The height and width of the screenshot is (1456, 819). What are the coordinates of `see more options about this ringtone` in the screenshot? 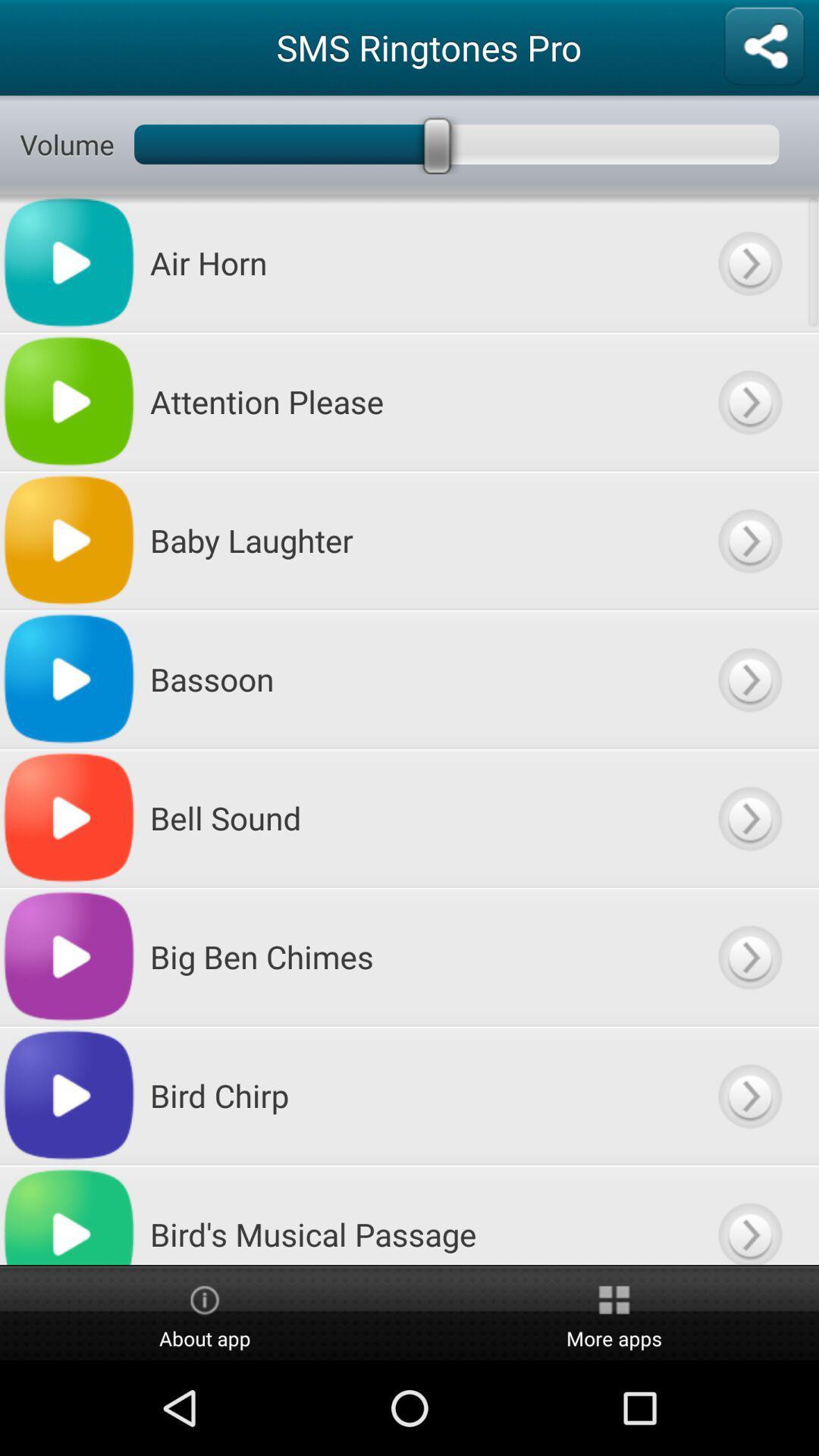 It's located at (748, 1095).